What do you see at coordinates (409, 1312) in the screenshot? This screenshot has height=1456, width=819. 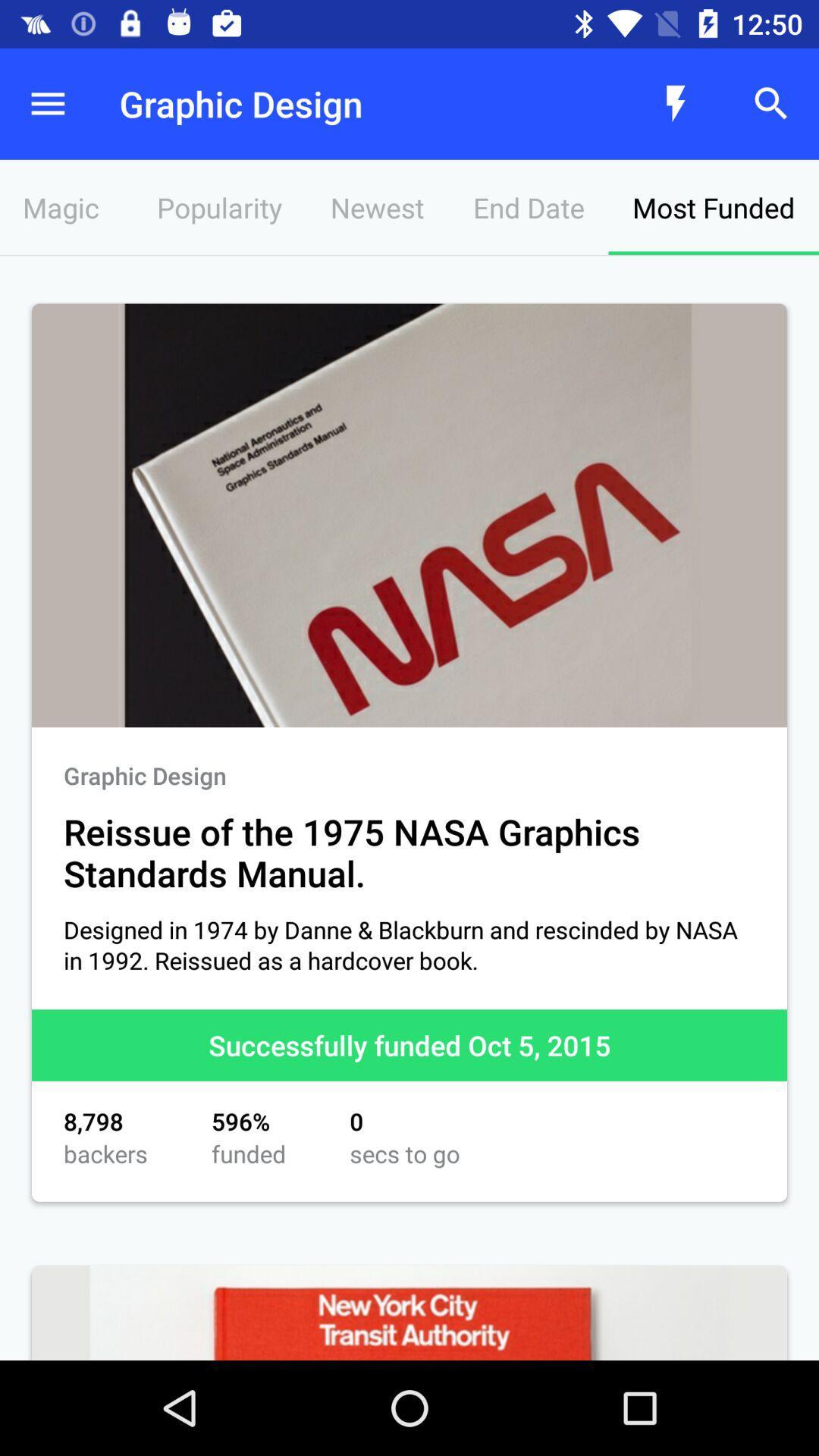 I see `new york city transit authority` at bounding box center [409, 1312].